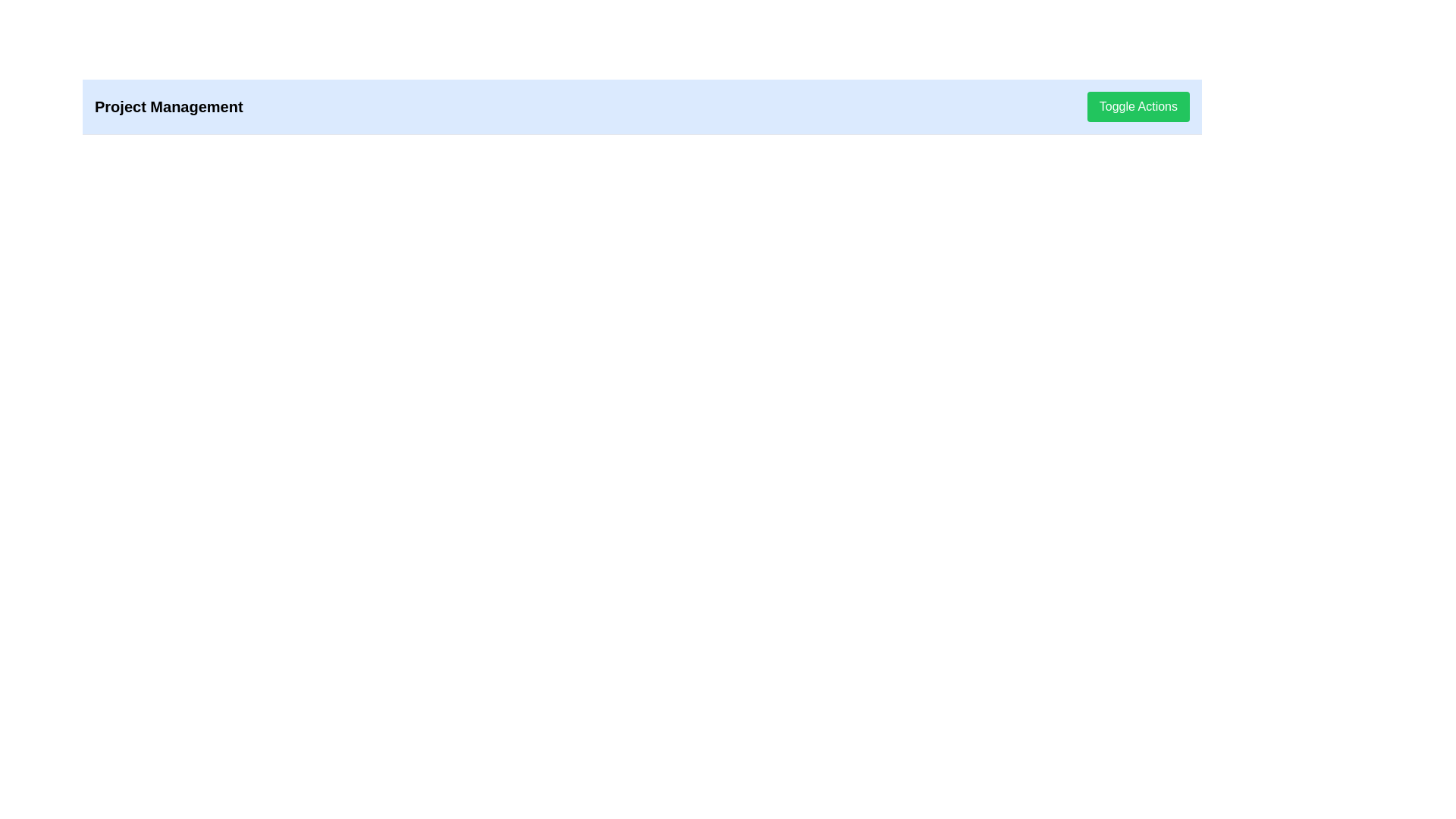  I want to click on the green button labeled 'Toggle Actions', so click(1138, 106).